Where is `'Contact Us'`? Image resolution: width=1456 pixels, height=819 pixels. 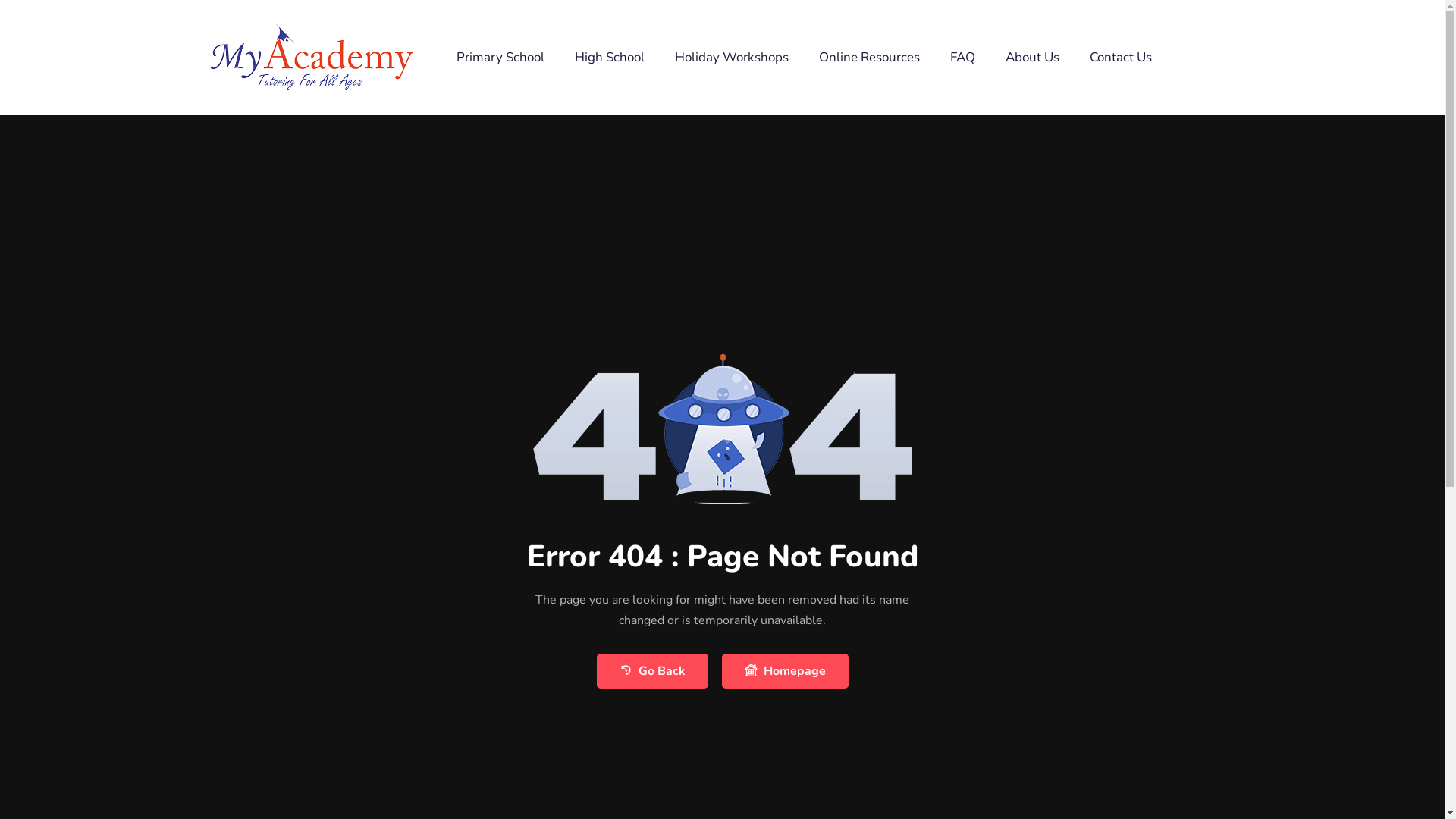 'Contact Us' is located at coordinates (1073, 55).